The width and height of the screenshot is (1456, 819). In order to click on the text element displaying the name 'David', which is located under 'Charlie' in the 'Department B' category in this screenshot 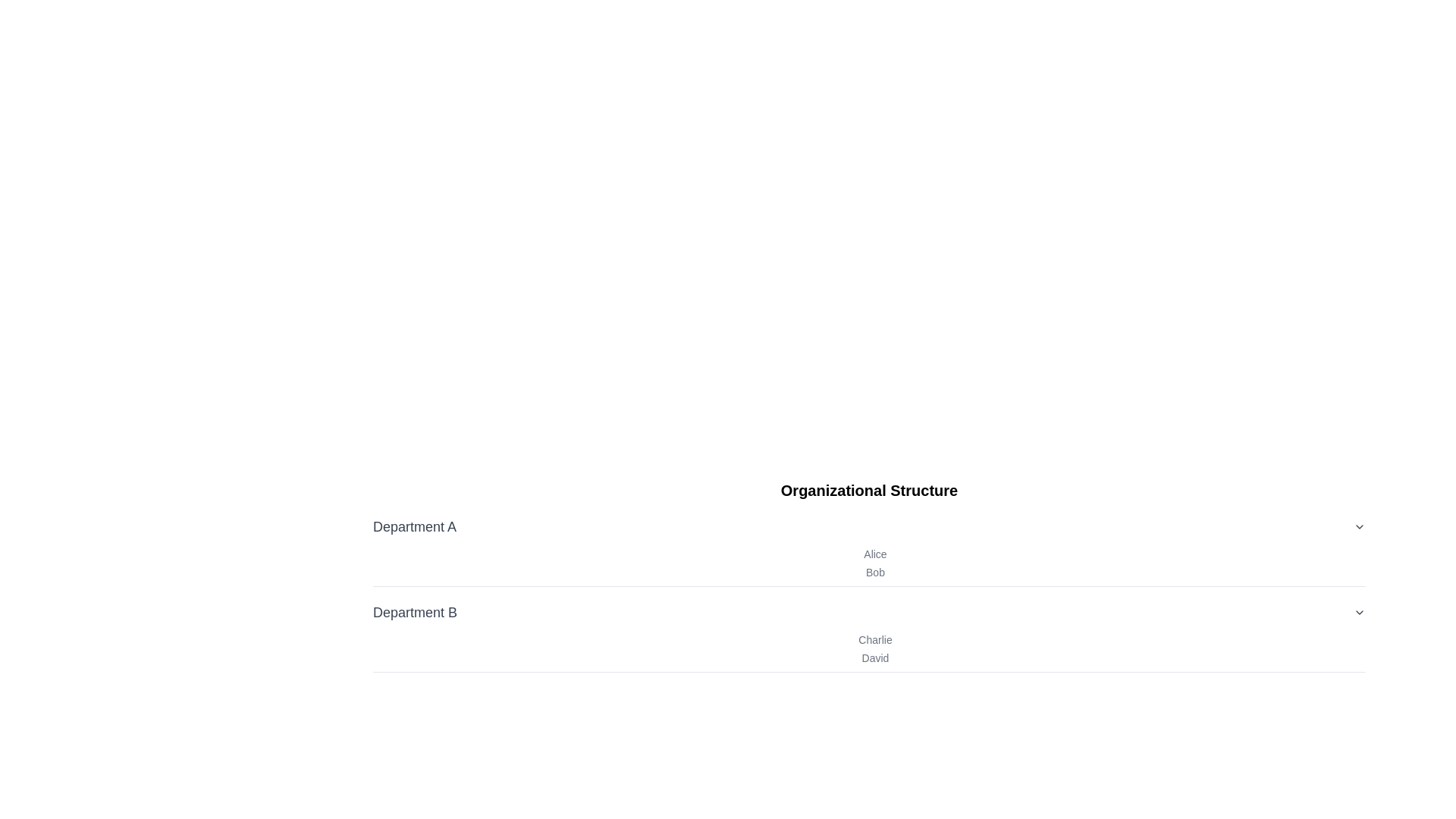, I will do `click(875, 657)`.